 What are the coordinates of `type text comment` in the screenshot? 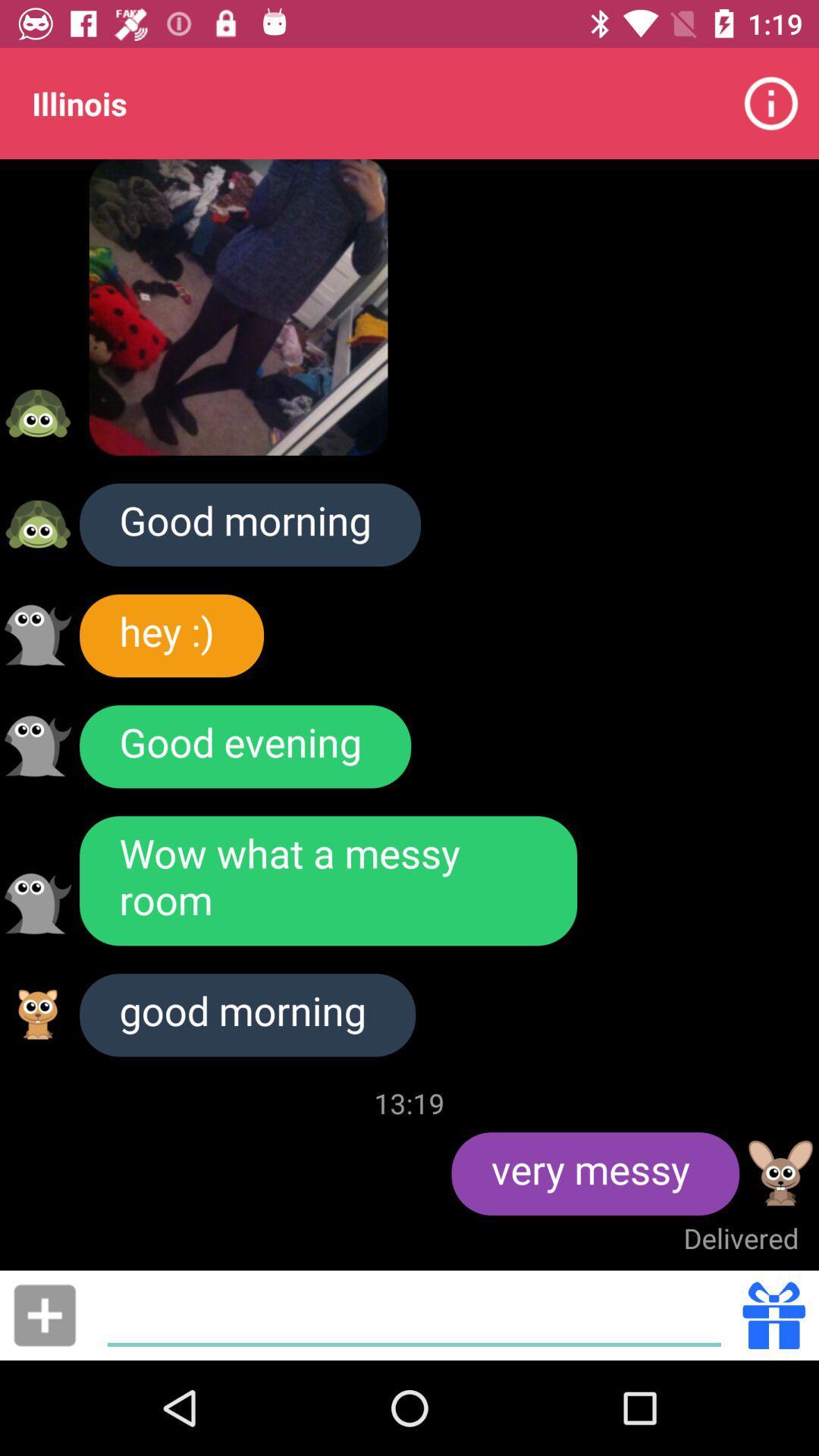 It's located at (414, 1314).